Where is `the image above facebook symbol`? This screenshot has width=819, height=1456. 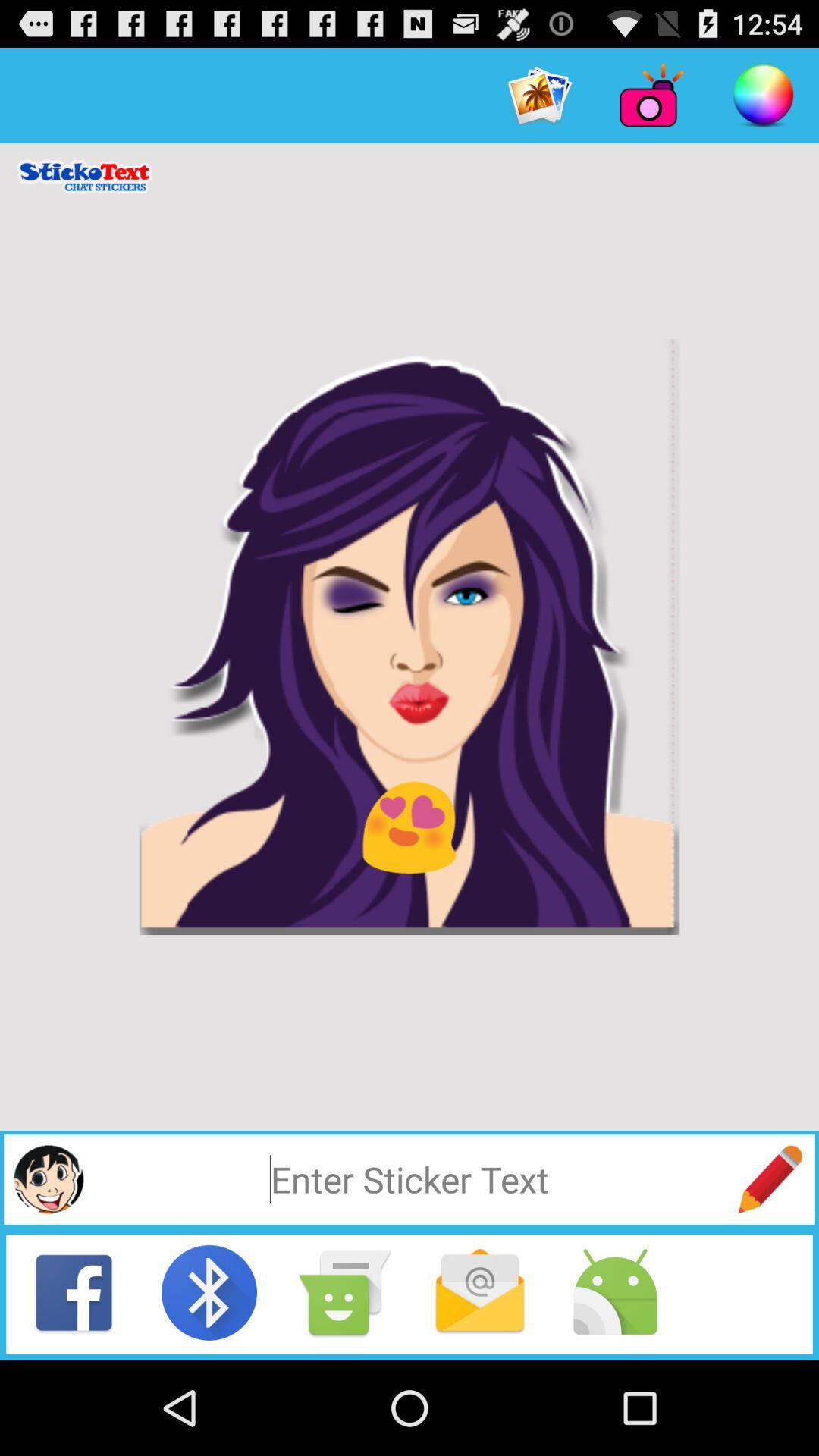
the image above facebook symbol is located at coordinates (48, 1178).